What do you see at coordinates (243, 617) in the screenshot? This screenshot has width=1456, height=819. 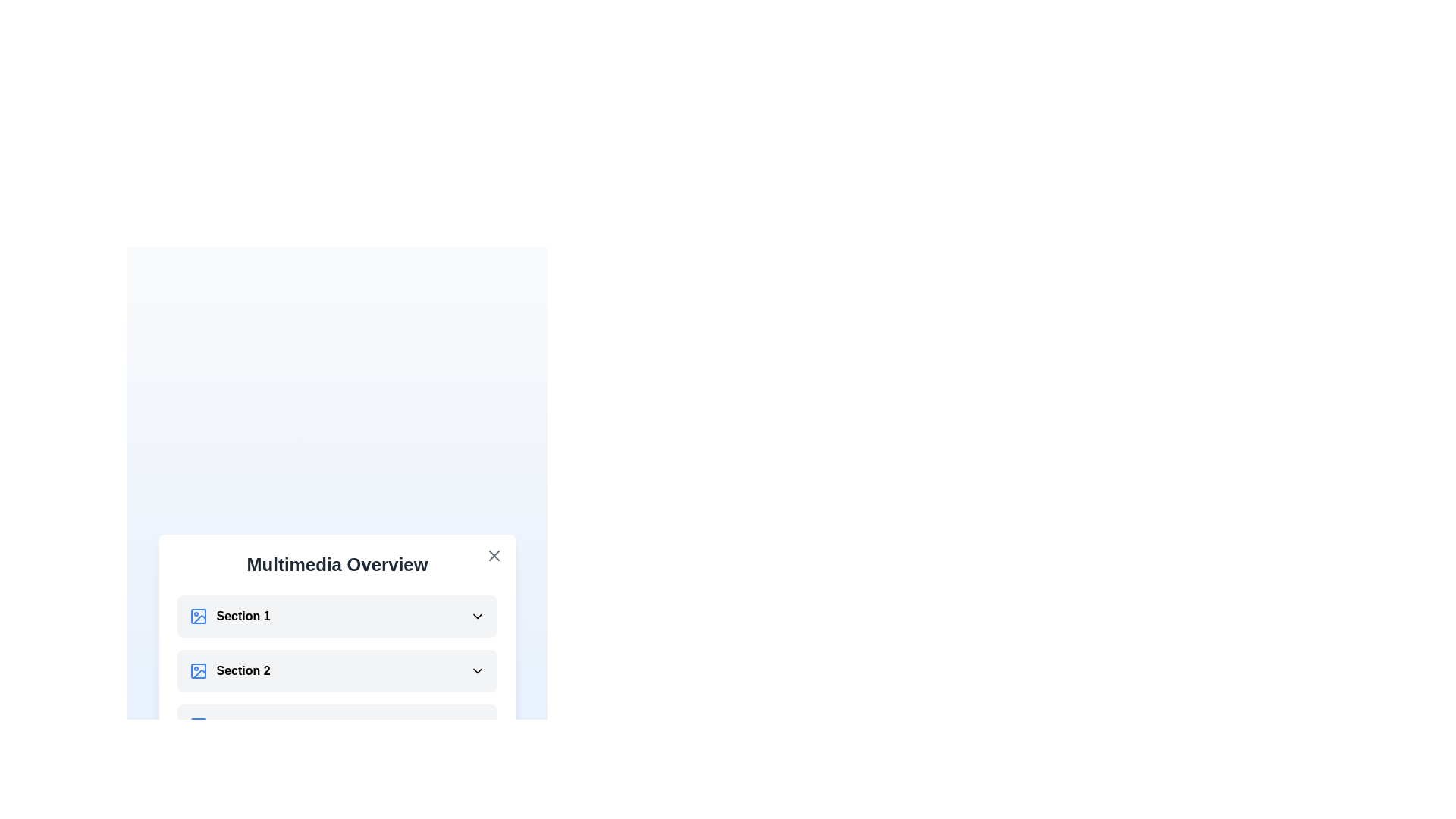 I see `text label 'Section 1' which is bold and located to the right of a blue-tinted icon within the 'Multimedia Overview' modal dialog box` at bounding box center [243, 617].